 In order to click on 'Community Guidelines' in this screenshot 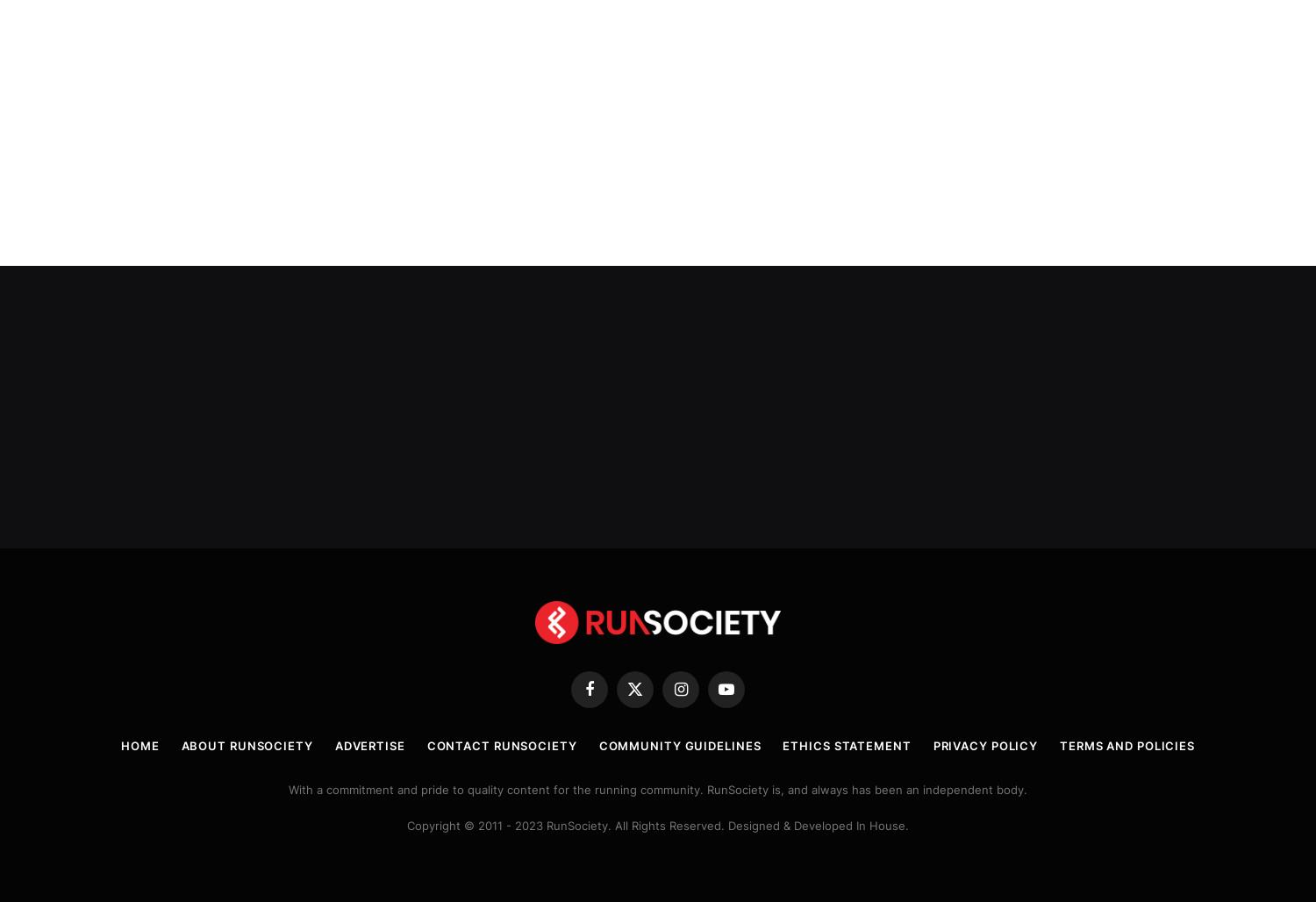, I will do `click(679, 742)`.